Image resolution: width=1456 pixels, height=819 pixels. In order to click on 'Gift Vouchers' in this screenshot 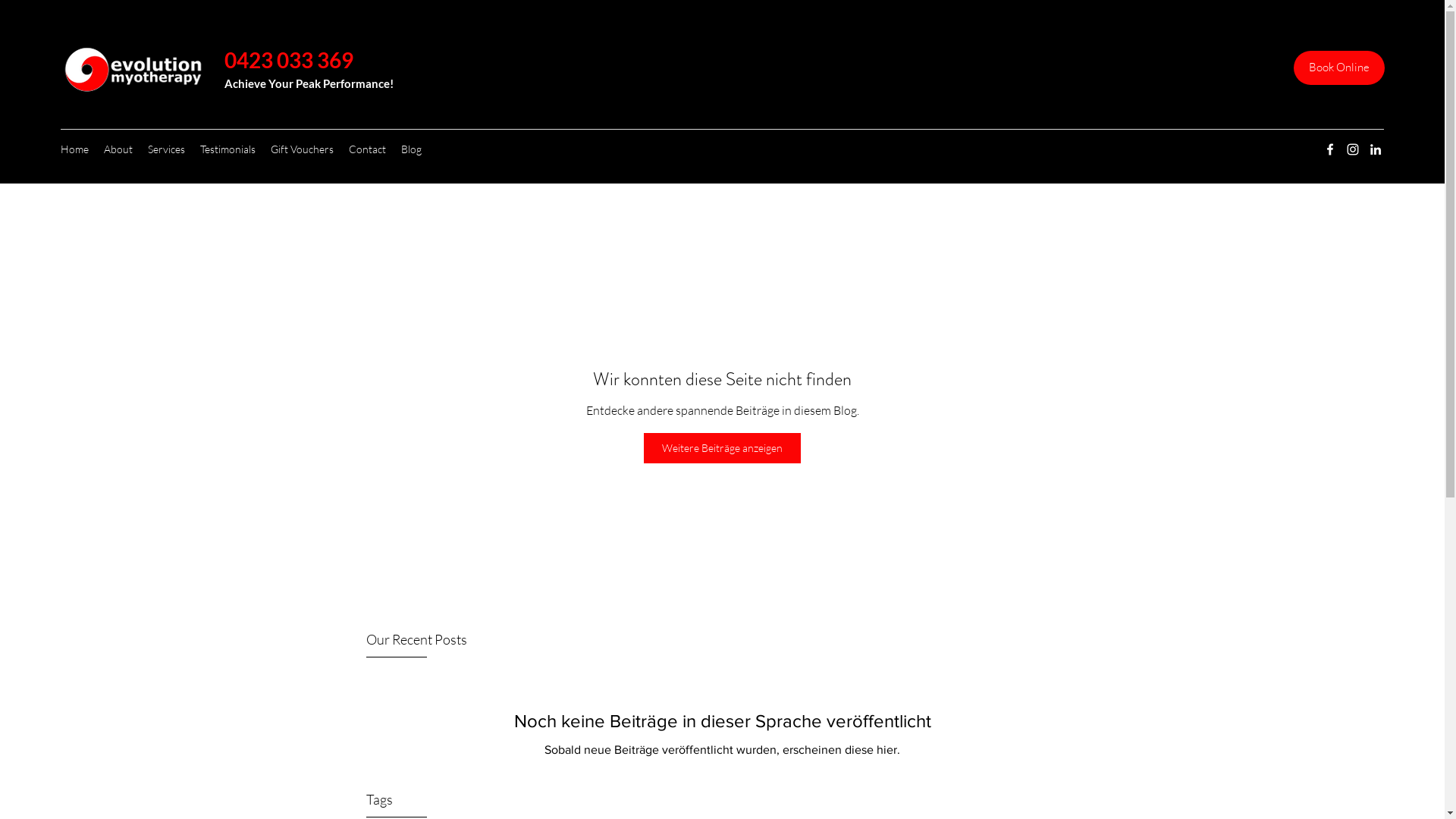, I will do `click(302, 149)`.